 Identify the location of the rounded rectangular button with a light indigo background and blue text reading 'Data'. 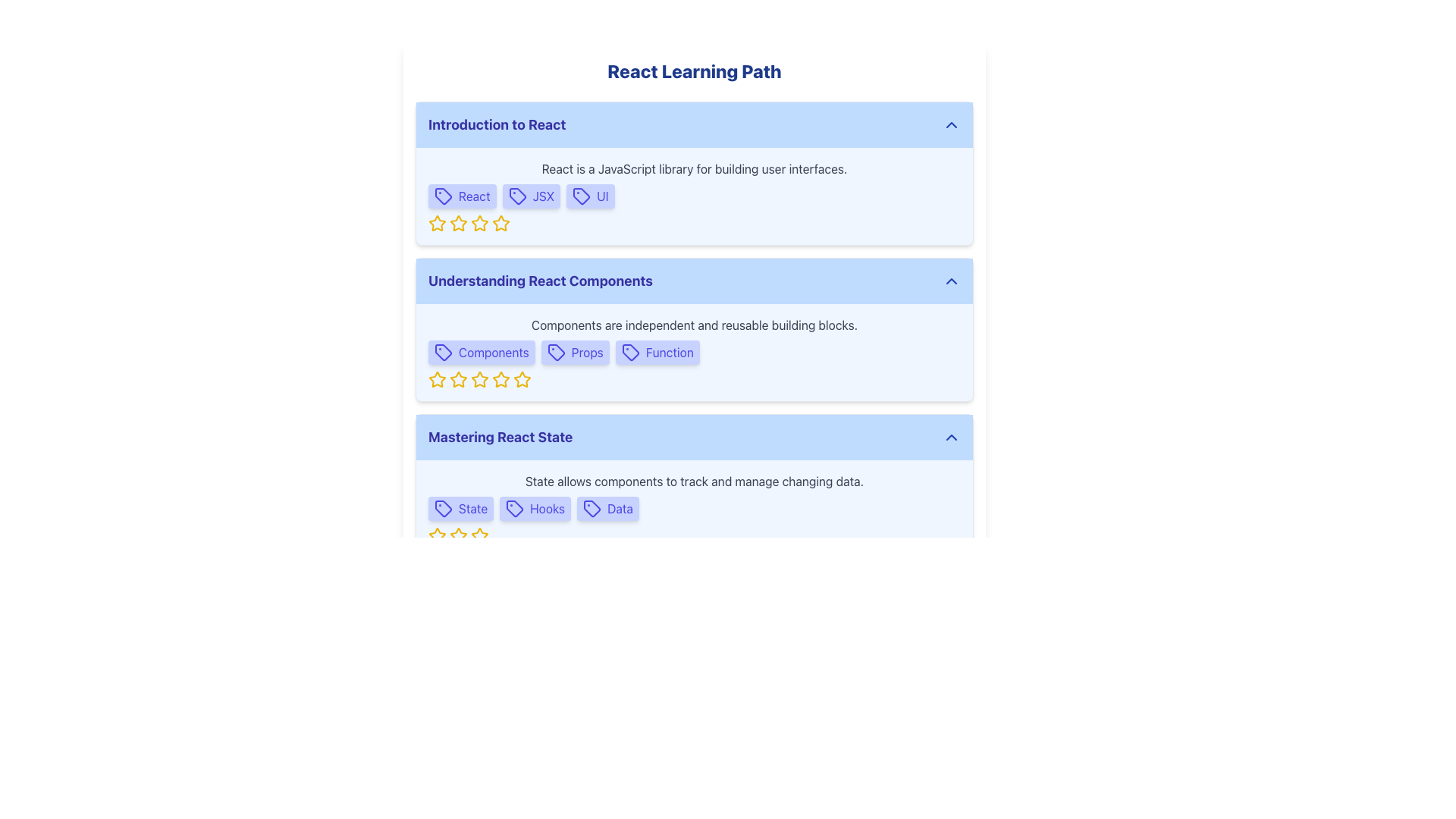
(607, 509).